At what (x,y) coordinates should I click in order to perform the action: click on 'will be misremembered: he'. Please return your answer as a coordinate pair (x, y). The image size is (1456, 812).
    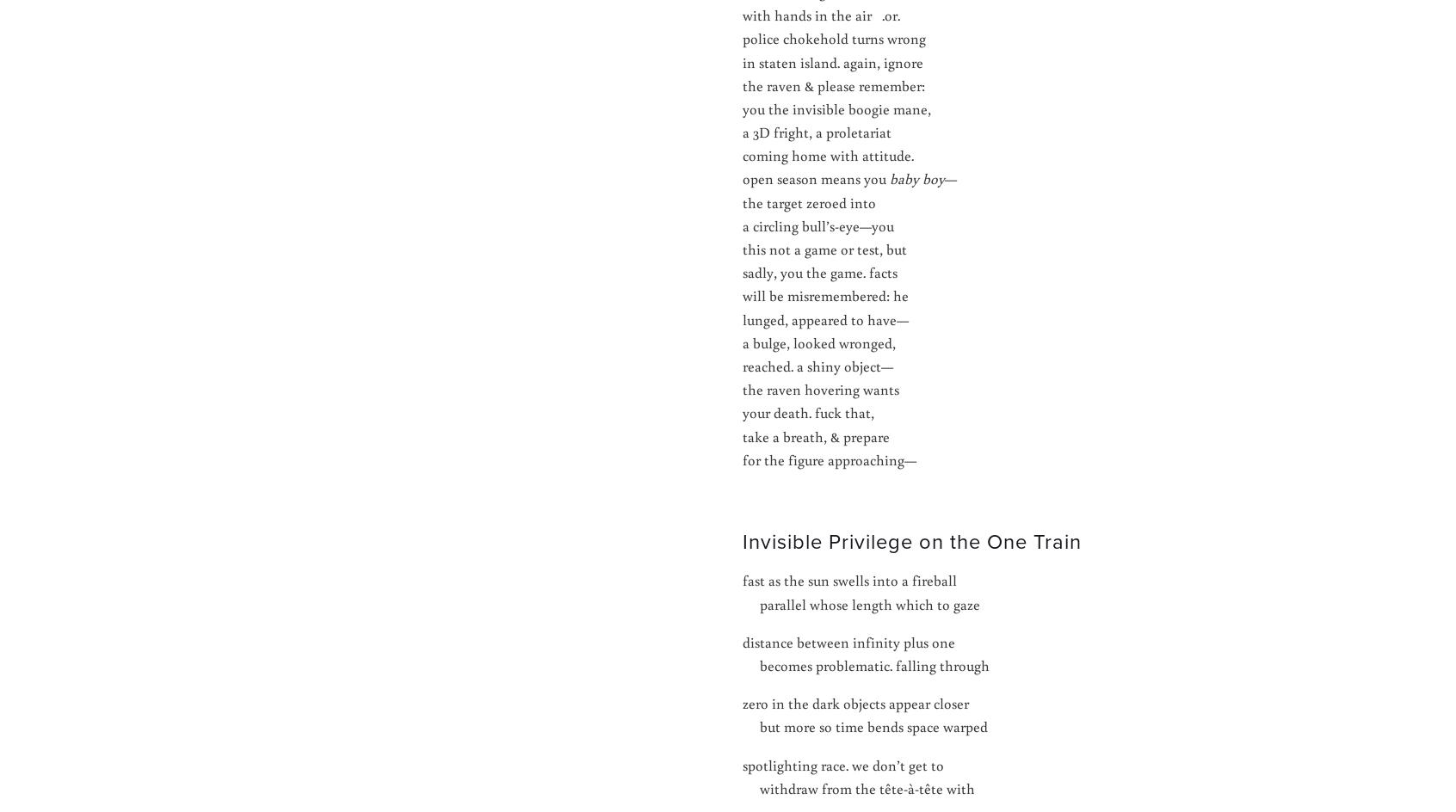
    Looking at the image, I should click on (825, 294).